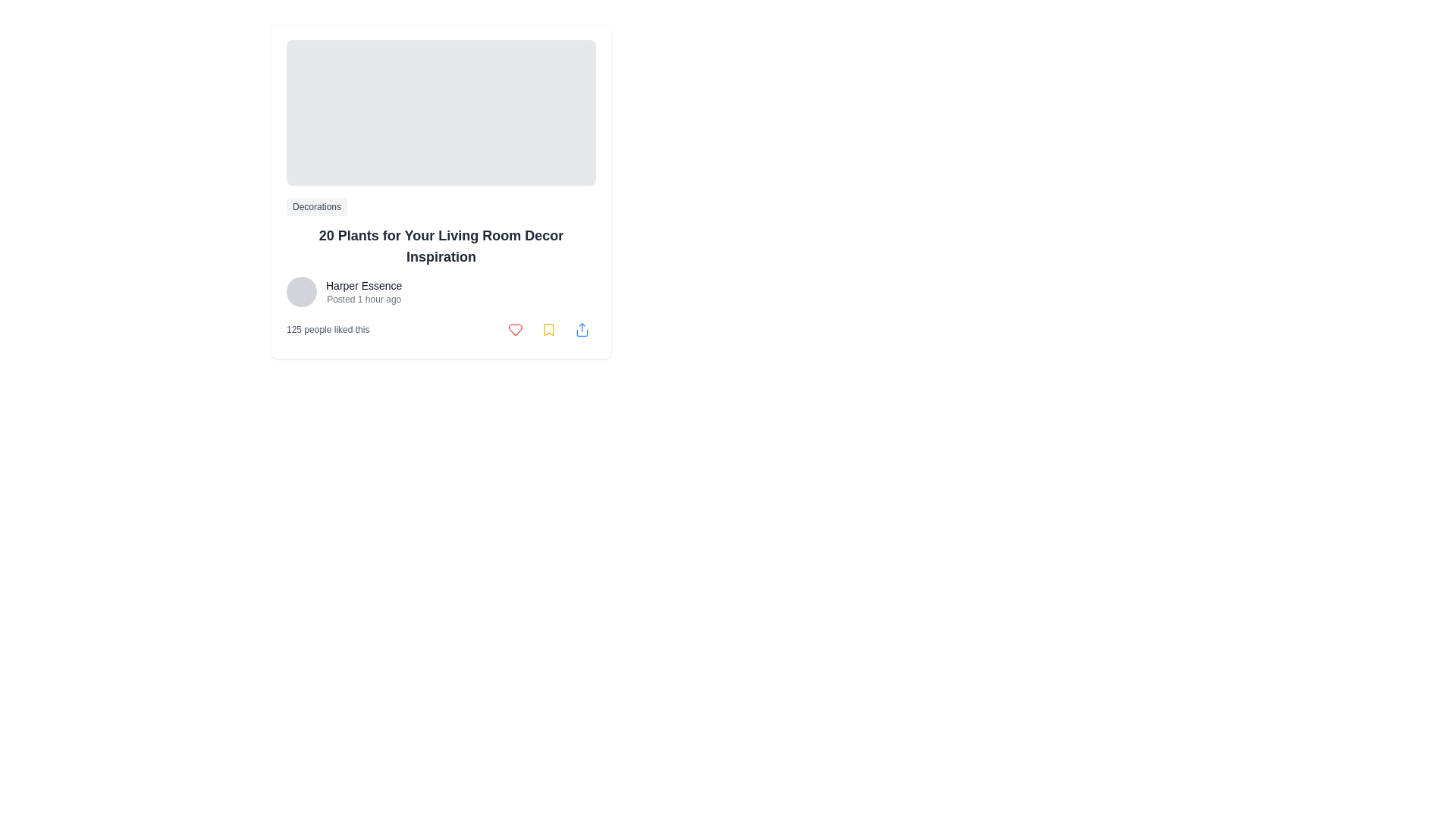 Image resolution: width=1456 pixels, height=819 pixels. Describe the element at coordinates (548, 329) in the screenshot. I see `the interactive bookmark icon located below the text '125 people liked this' and to the right of the heart-shaped icon to bookmark the content` at that location.